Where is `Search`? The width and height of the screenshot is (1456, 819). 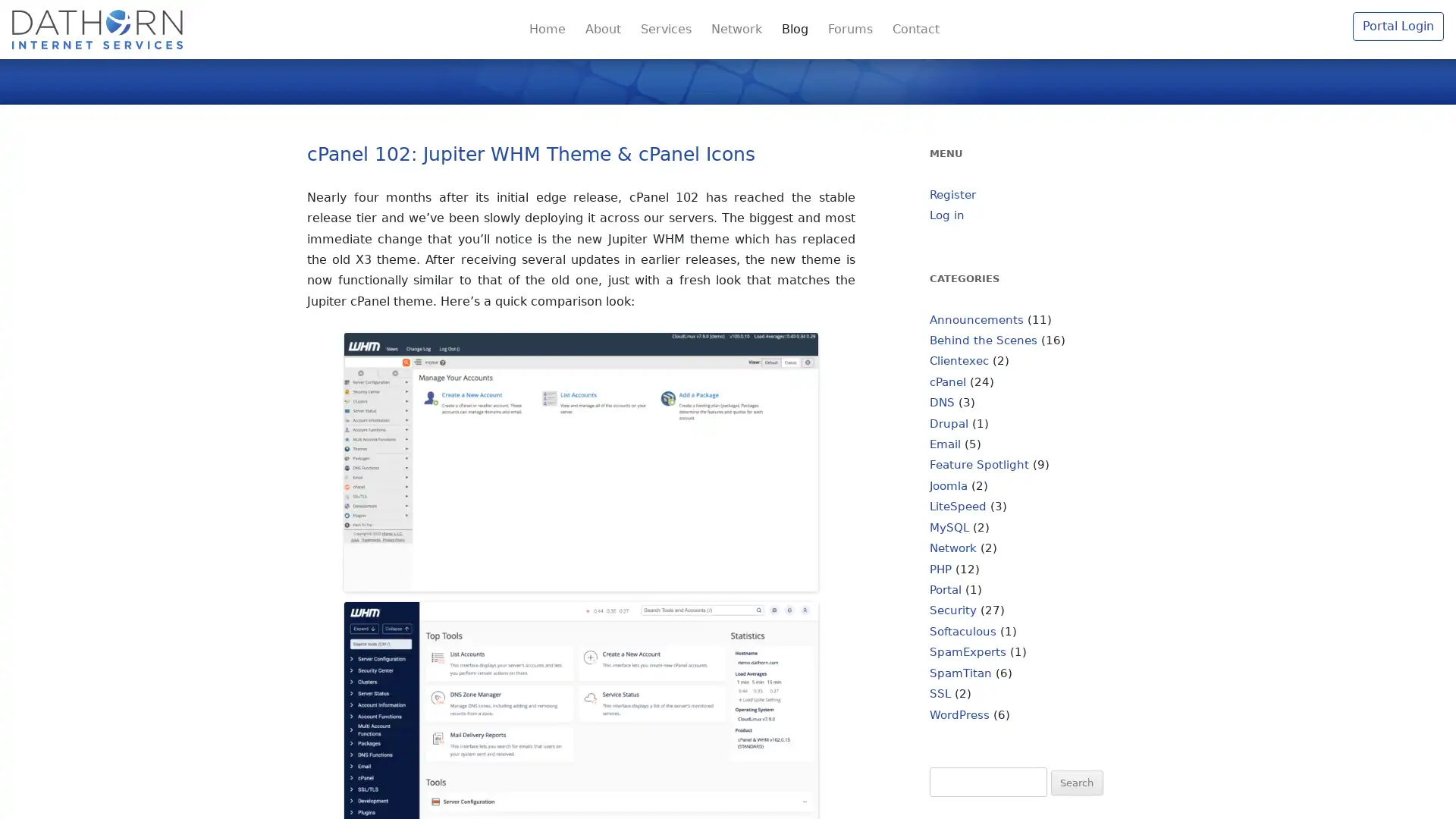 Search is located at coordinates (1076, 783).